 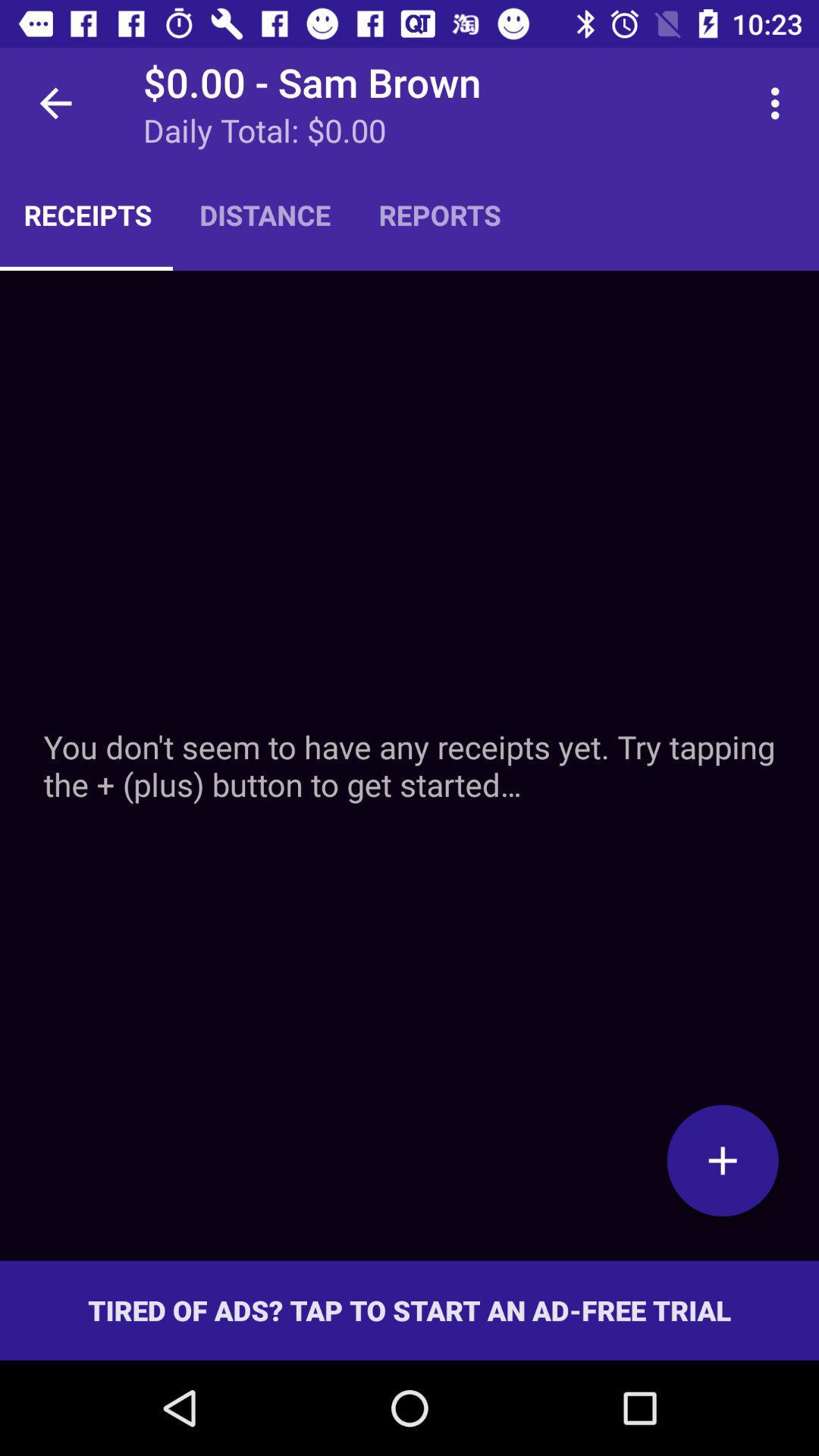 I want to click on the item below the daily total 0 item, so click(x=264, y=214).